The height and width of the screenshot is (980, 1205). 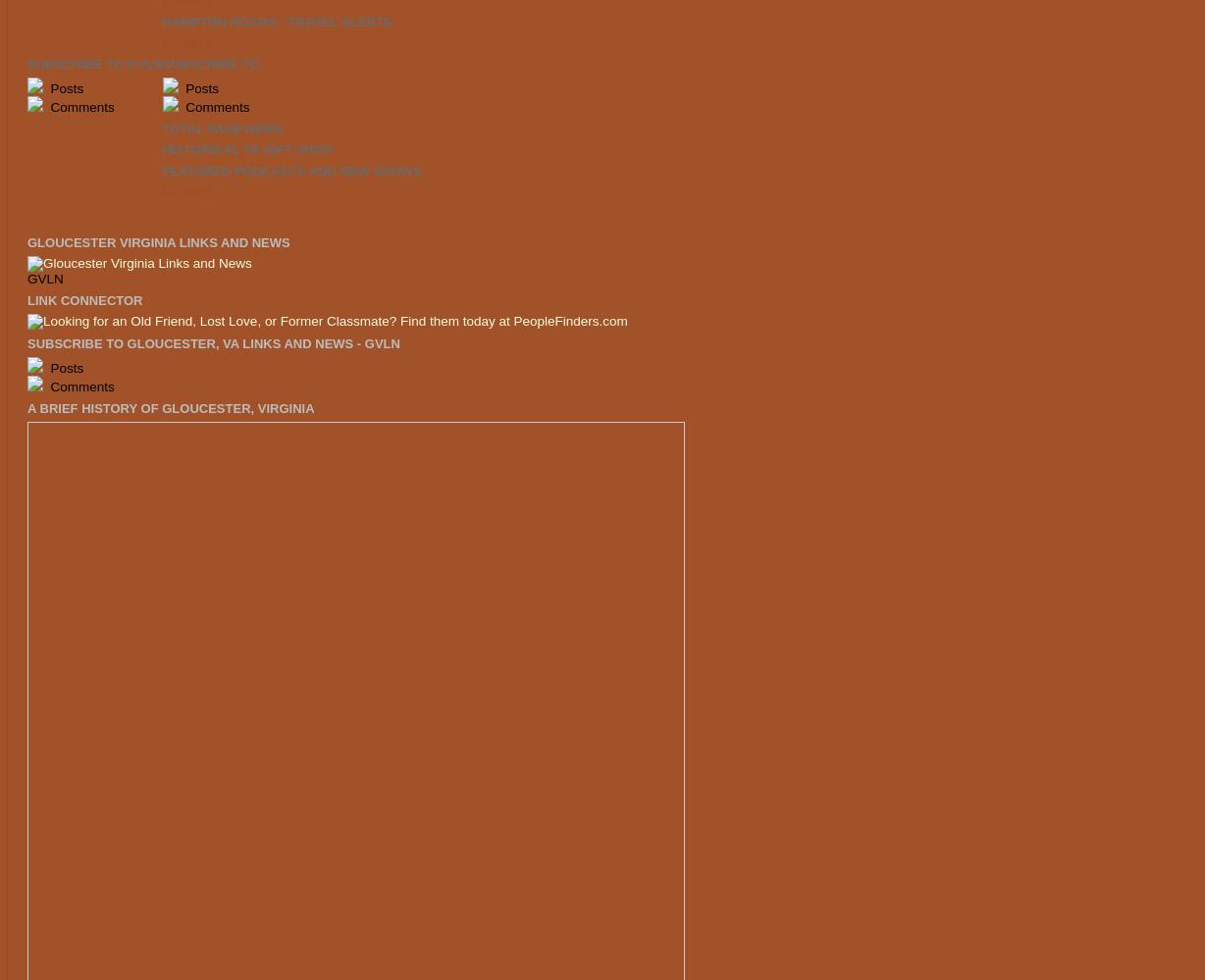 I want to click on 'Gloucester Virginia Links and News', so click(x=26, y=241).